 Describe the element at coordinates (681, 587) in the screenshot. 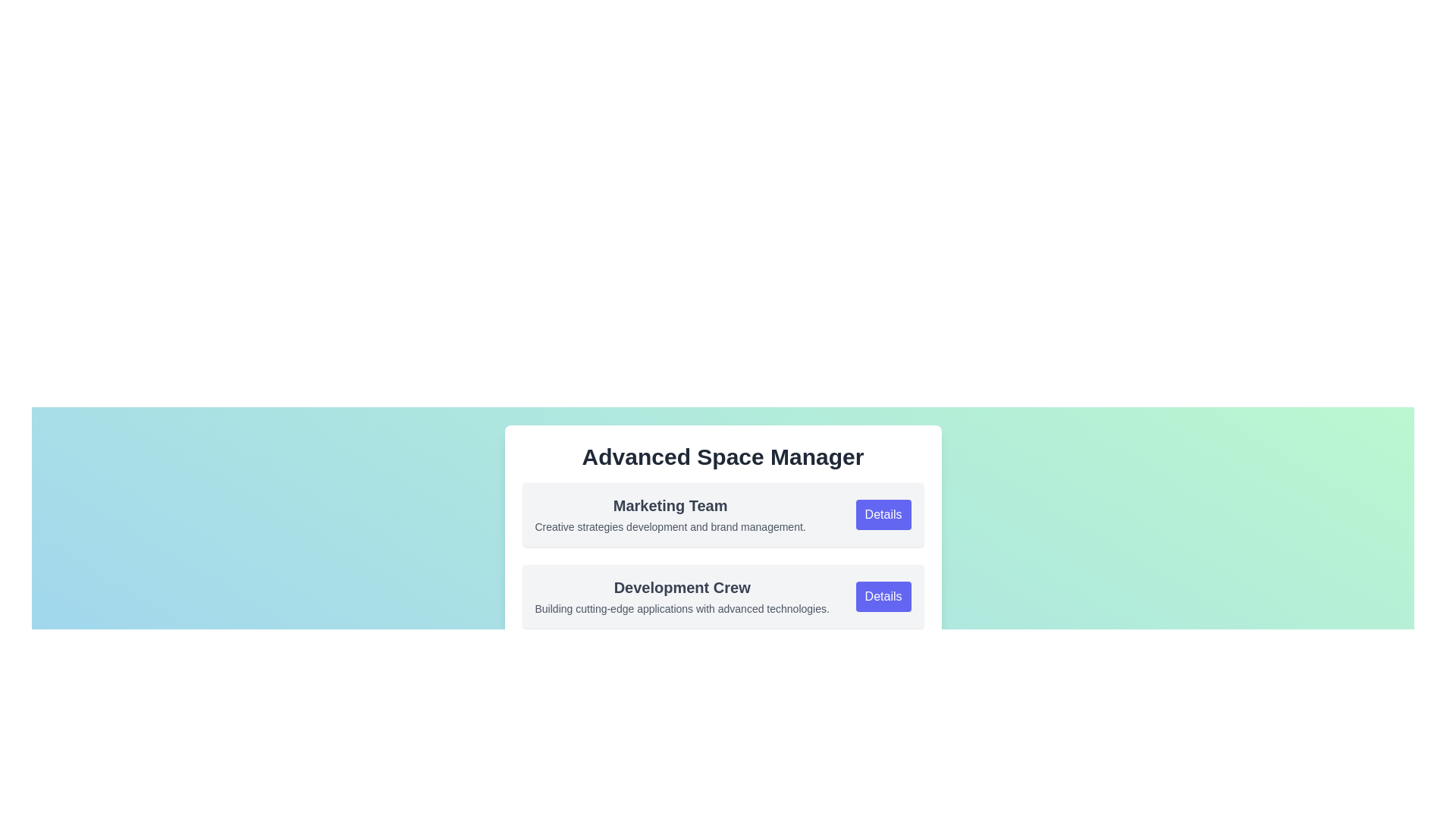

I see `the text label serving as the title for the 'Development Crew' section, located in the 'Advanced Space Manager' panel` at that location.